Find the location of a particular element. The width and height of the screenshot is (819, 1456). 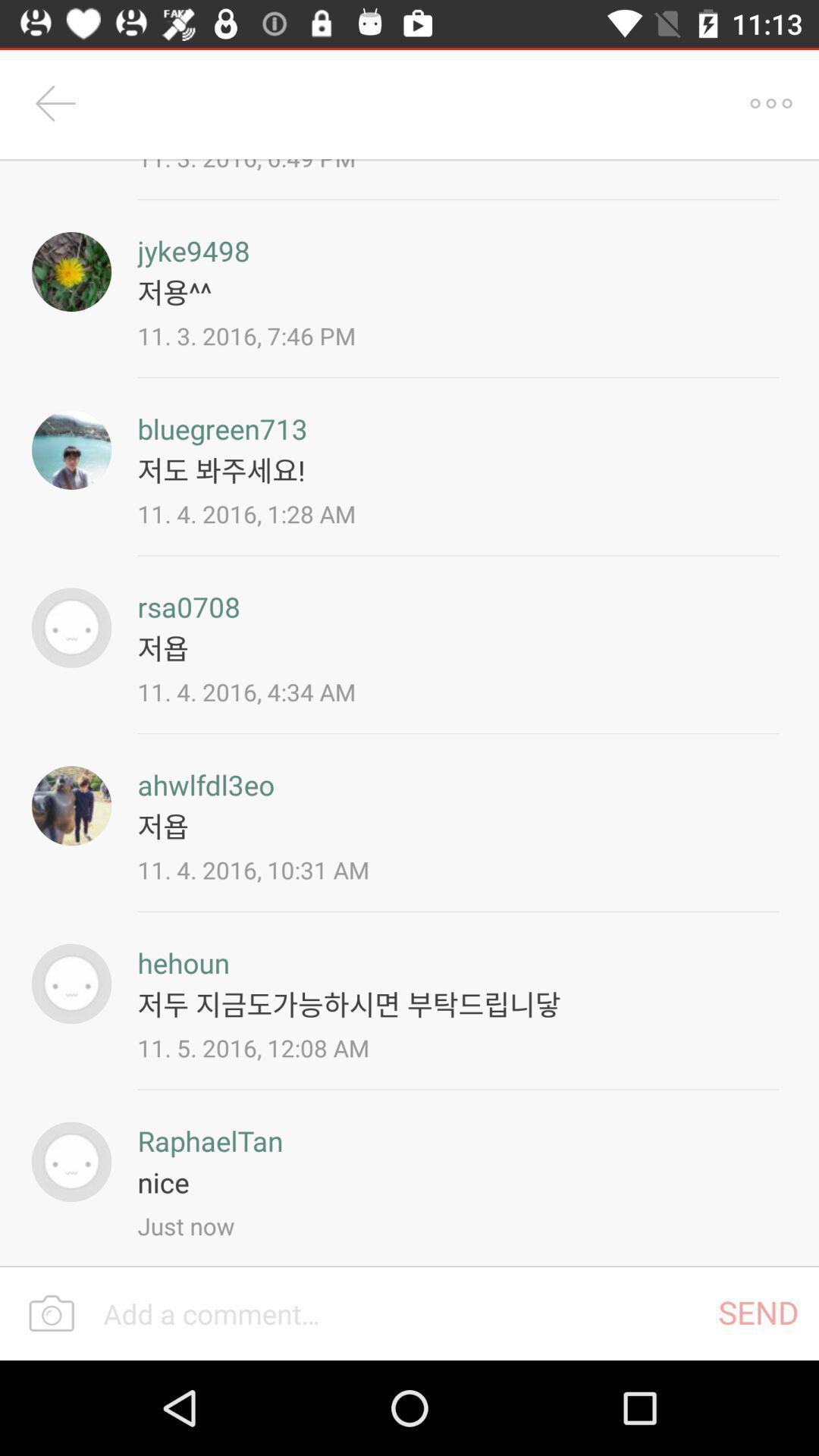

take a photo or image is located at coordinates (51, 1313).